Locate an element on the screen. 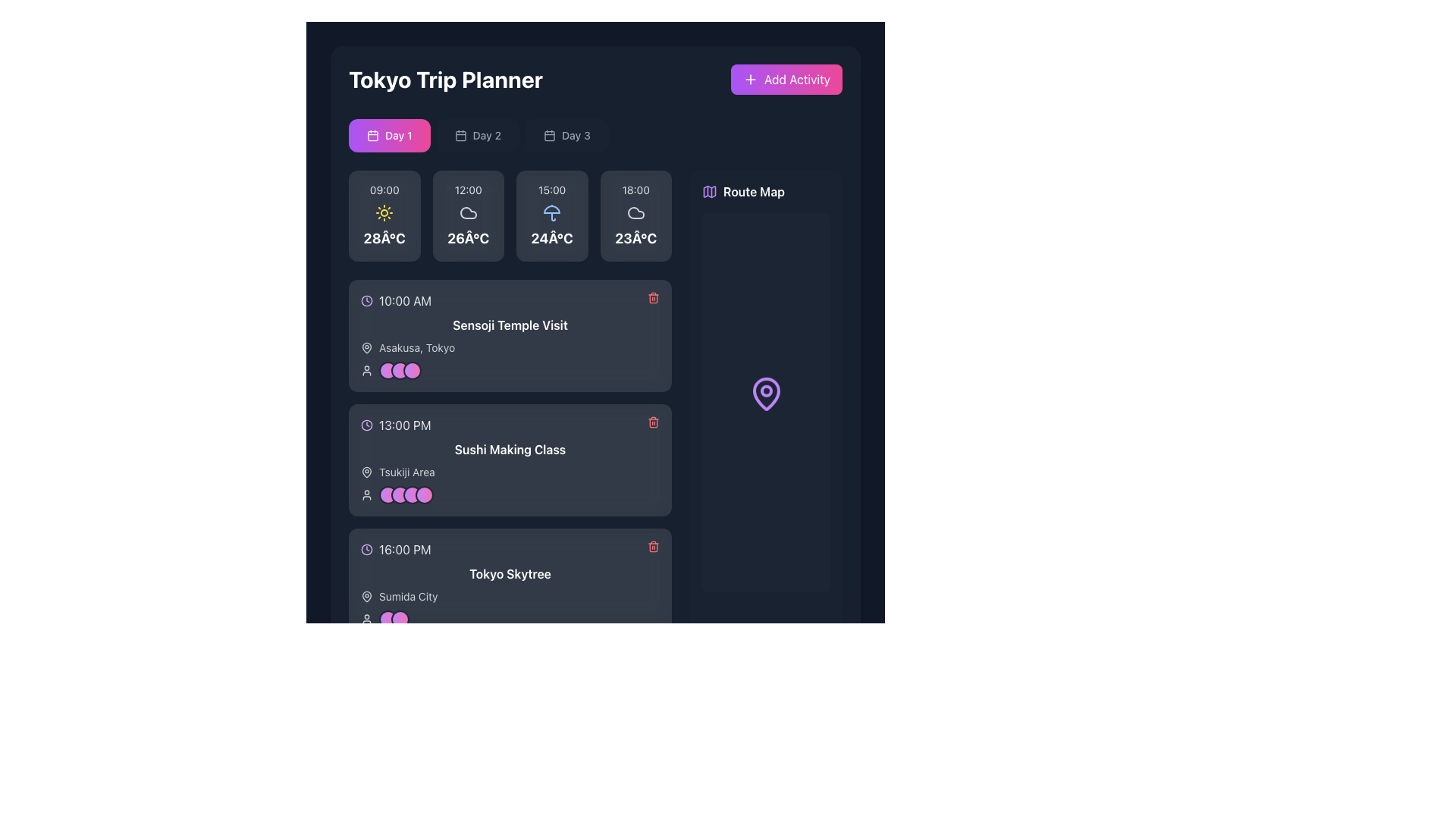  the delete icon button located to the right of the 'Tokyo Skytree' list entry to receive visual feedback is located at coordinates (654, 547).